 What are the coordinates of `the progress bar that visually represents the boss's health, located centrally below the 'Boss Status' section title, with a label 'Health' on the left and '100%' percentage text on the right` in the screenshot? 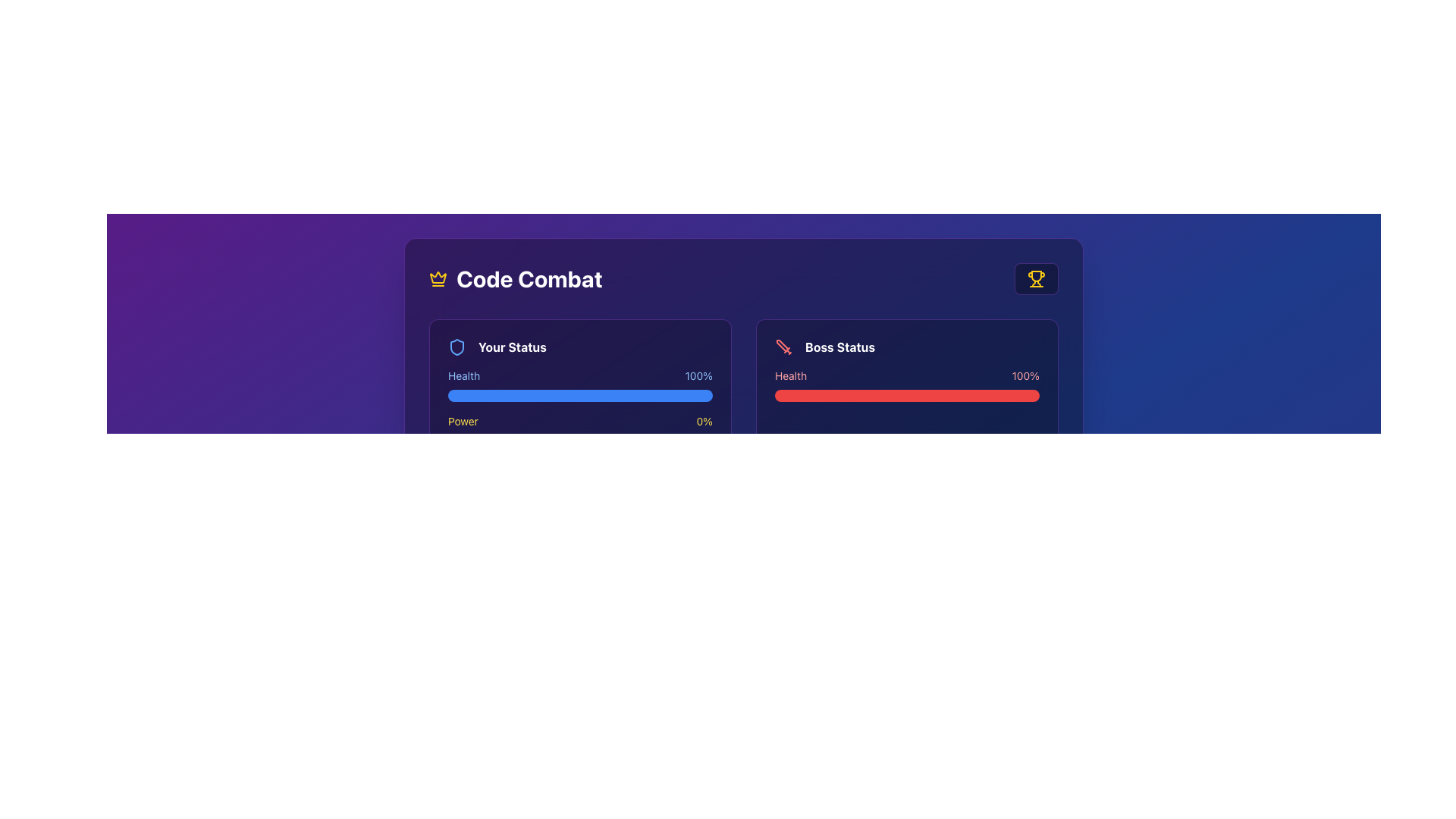 It's located at (907, 384).